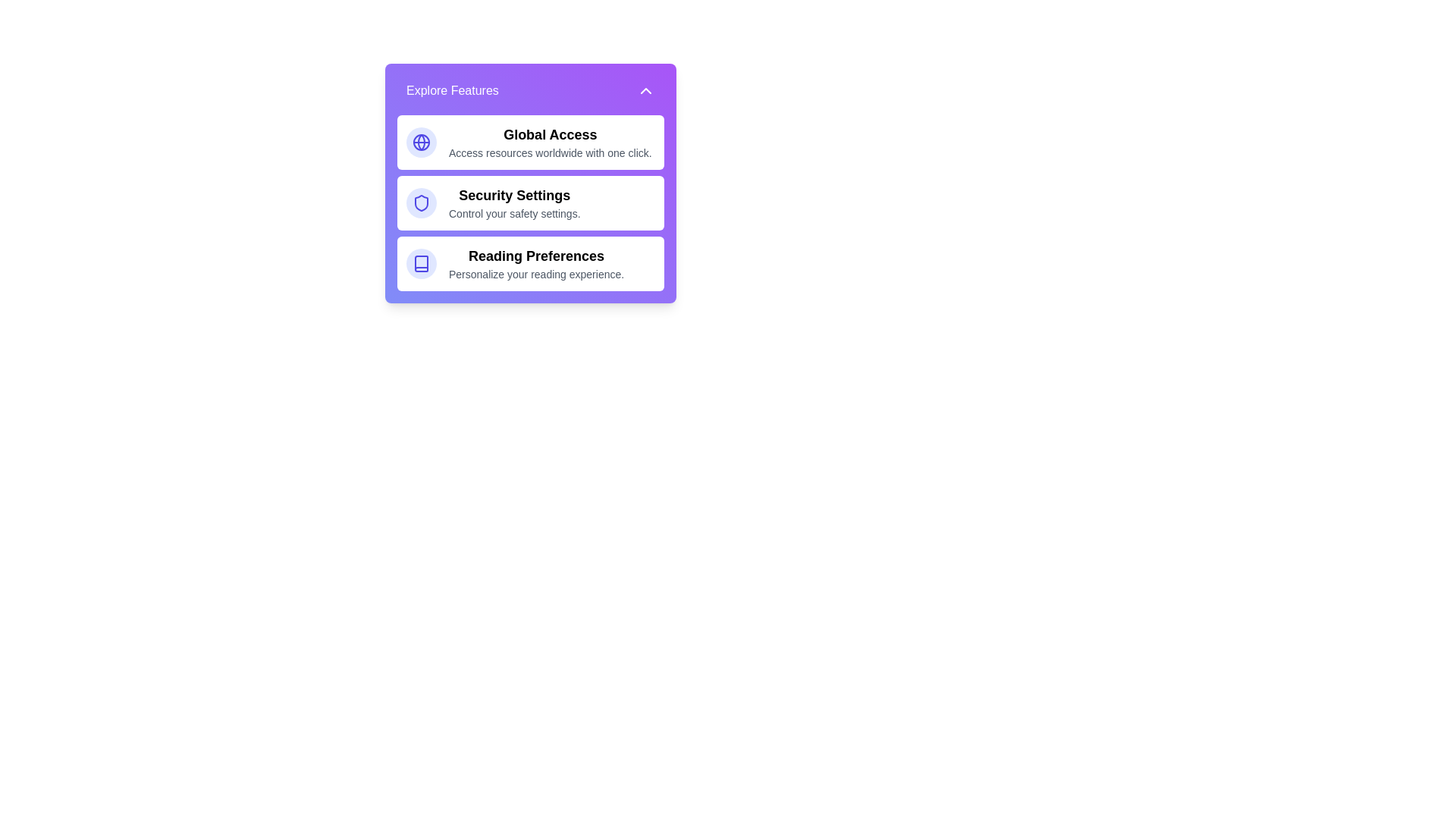  Describe the element at coordinates (422, 202) in the screenshot. I see `the shield-like icon representing security, located in the 'Security Settings' section of the 'Explore Features' menu` at that location.